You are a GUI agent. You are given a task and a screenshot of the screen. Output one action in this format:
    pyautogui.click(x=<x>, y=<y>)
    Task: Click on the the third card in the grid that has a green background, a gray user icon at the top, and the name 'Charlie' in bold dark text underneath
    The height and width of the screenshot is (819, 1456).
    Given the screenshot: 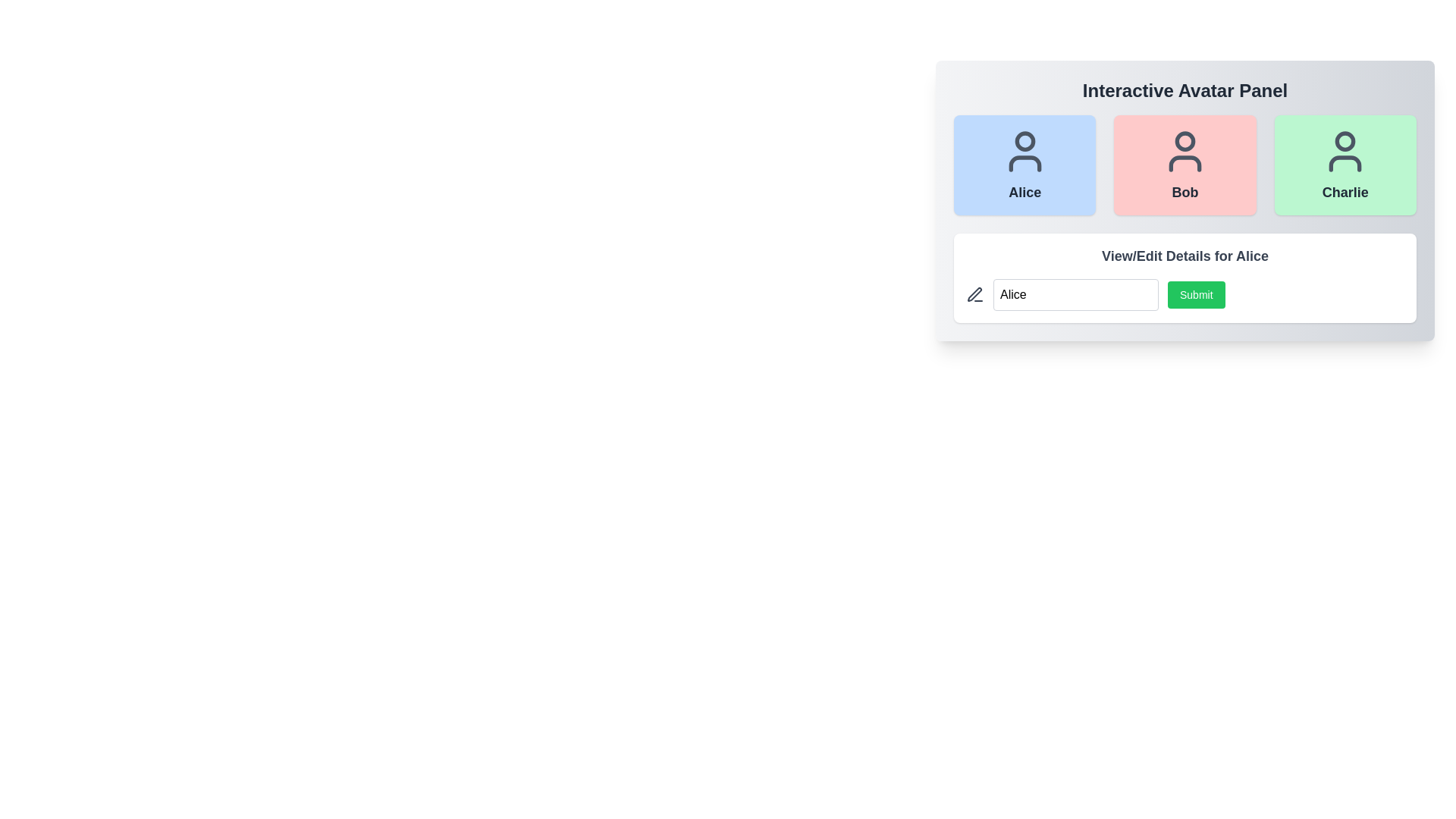 What is the action you would take?
    pyautogui.click(x=1345, y=165)
    